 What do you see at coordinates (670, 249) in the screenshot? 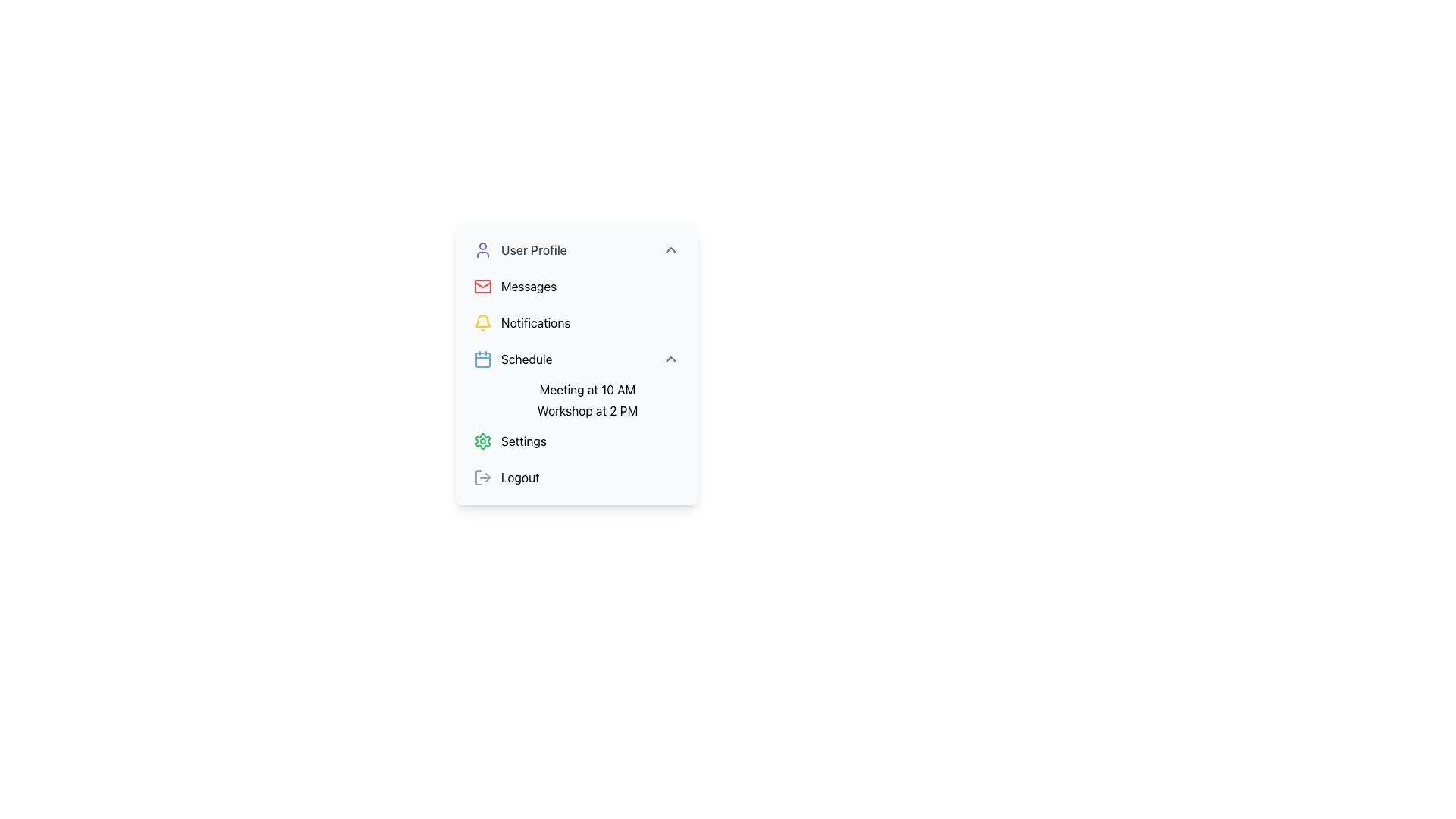
I see `the Chevron indicator icon next to the 'User Profile' option` at bounding box center [670, 249].